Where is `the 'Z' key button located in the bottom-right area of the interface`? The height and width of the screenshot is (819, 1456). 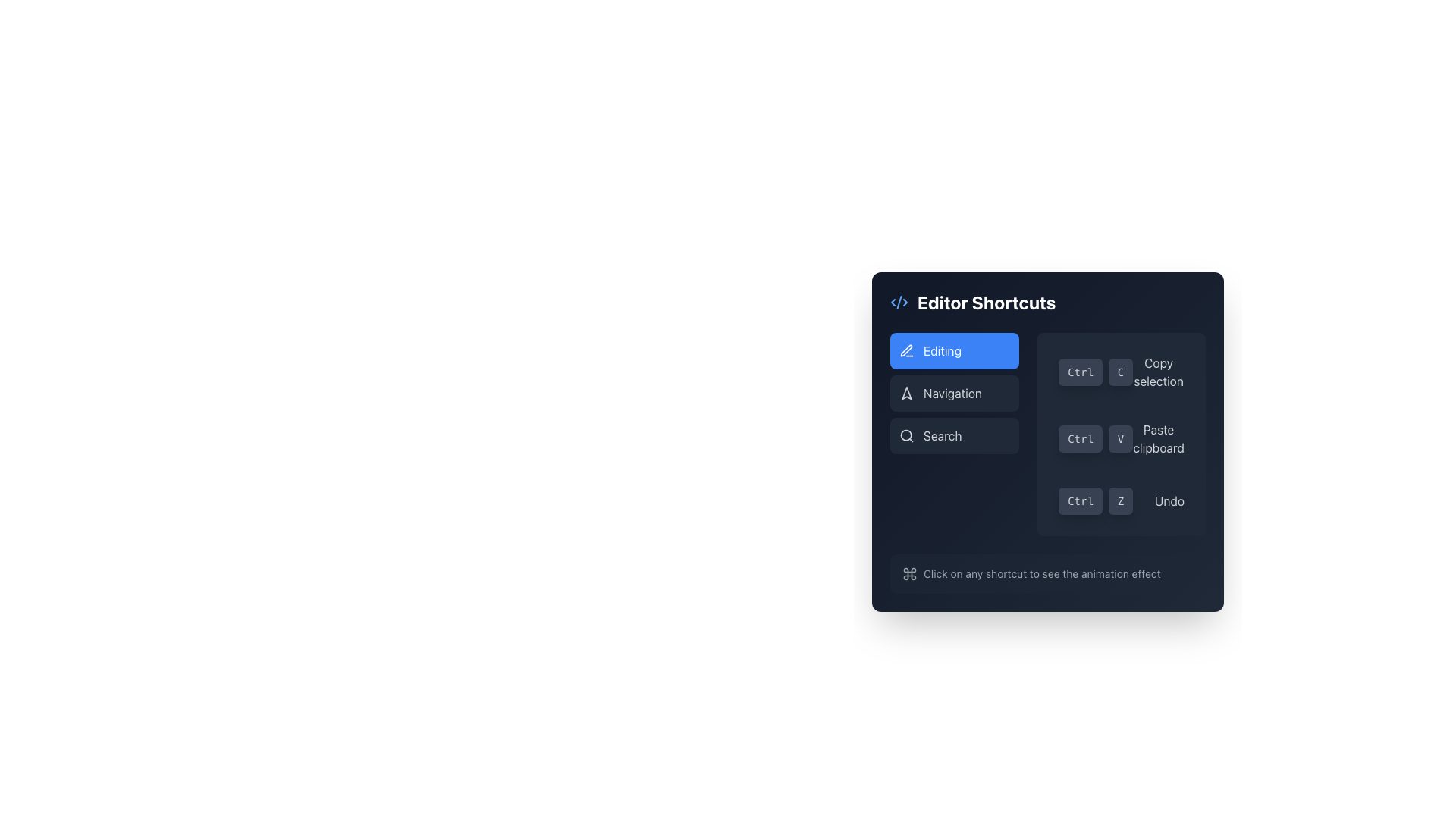
the 'Z' key button located in the bottom-right area of the interface is located at coordinates (1121, 500).